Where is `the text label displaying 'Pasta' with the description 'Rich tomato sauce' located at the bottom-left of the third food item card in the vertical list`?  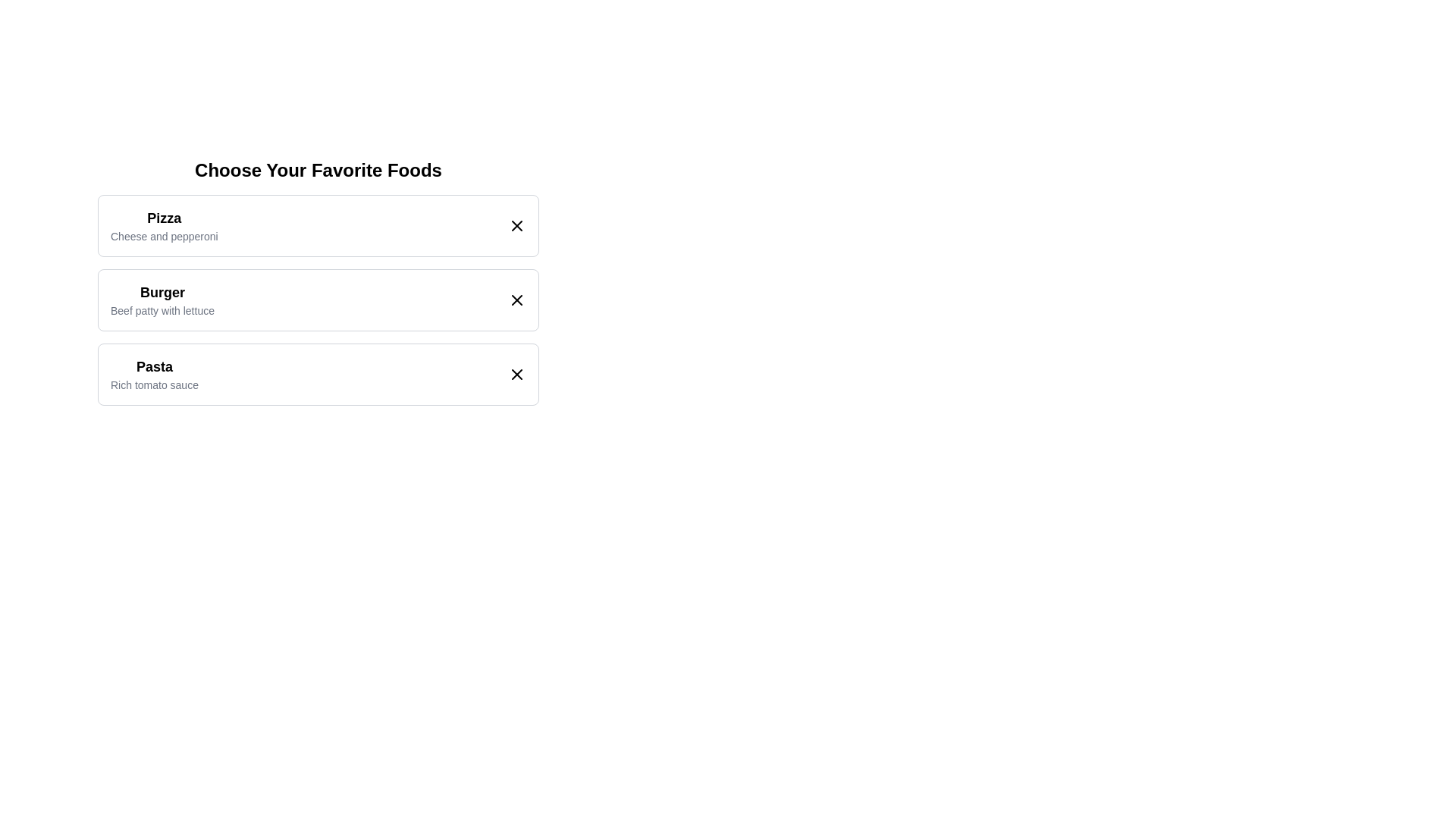 the text label displaying 'Pasta' with the description 'Rich tomato sauce' located at the bottom-left of the third food item card in the vertical list is located at coordinates (154, 374).